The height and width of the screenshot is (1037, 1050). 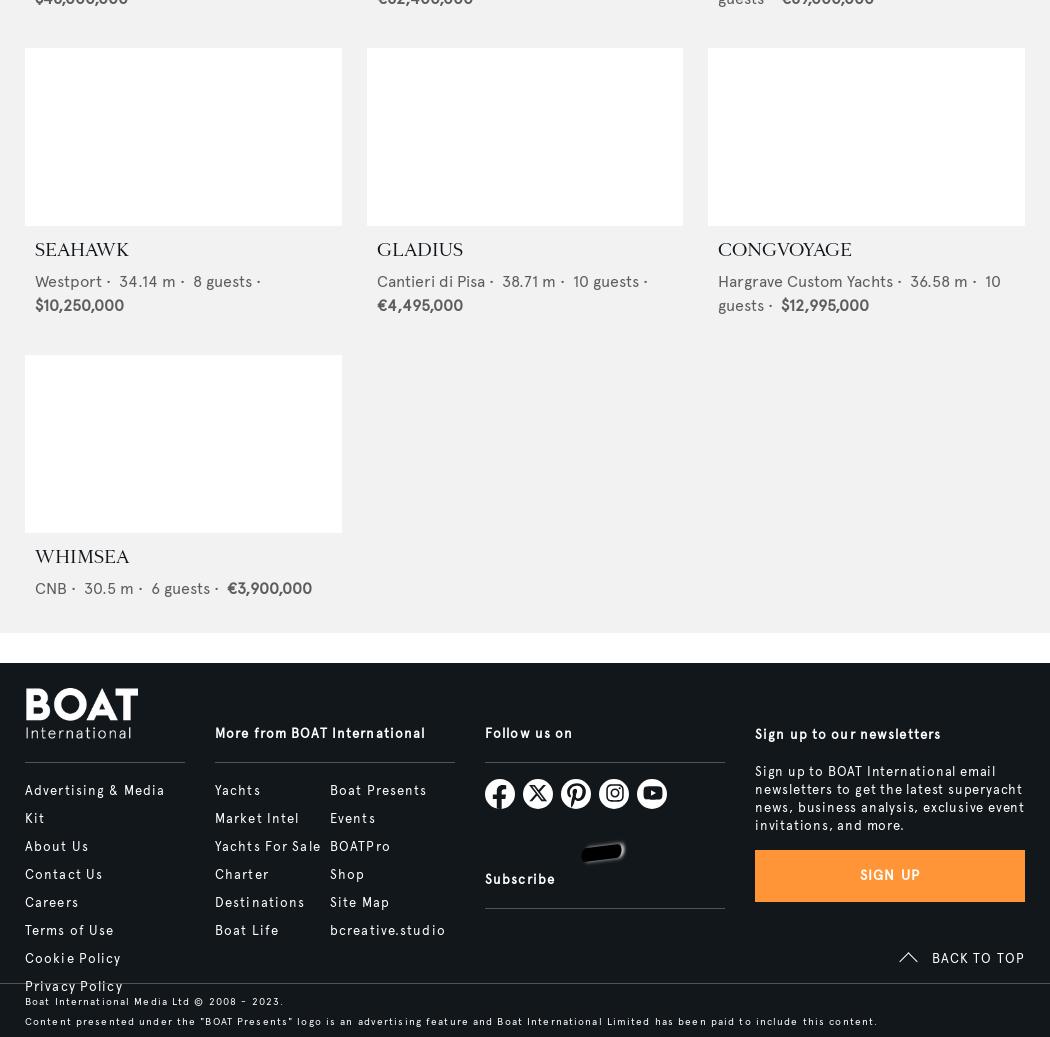 I want to click on 'Cookie Policy', so click(x=24, y=959).